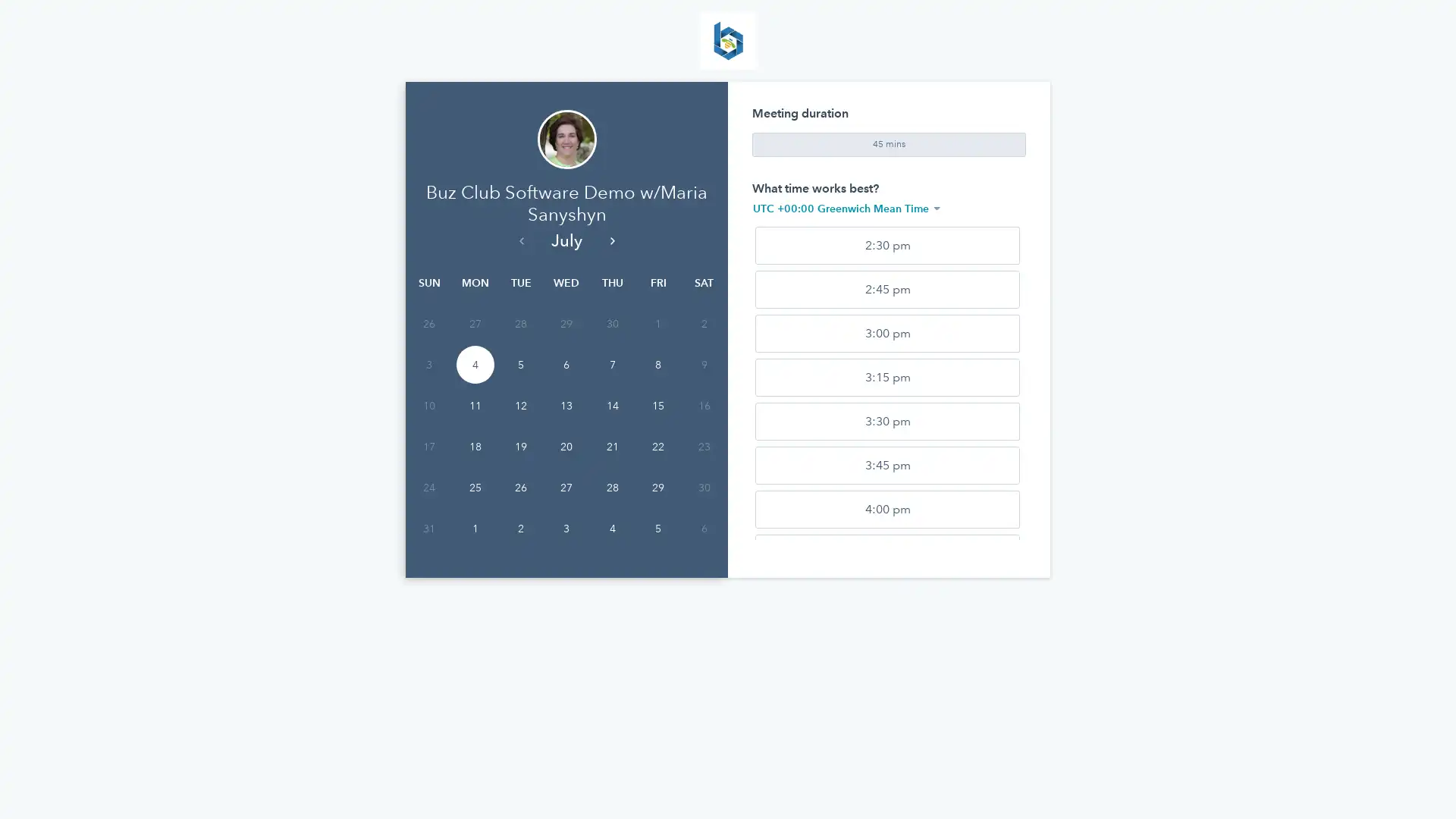  Describe the element at coordinates (566, 488) in the screenshot. I see `July 27th` at that location.